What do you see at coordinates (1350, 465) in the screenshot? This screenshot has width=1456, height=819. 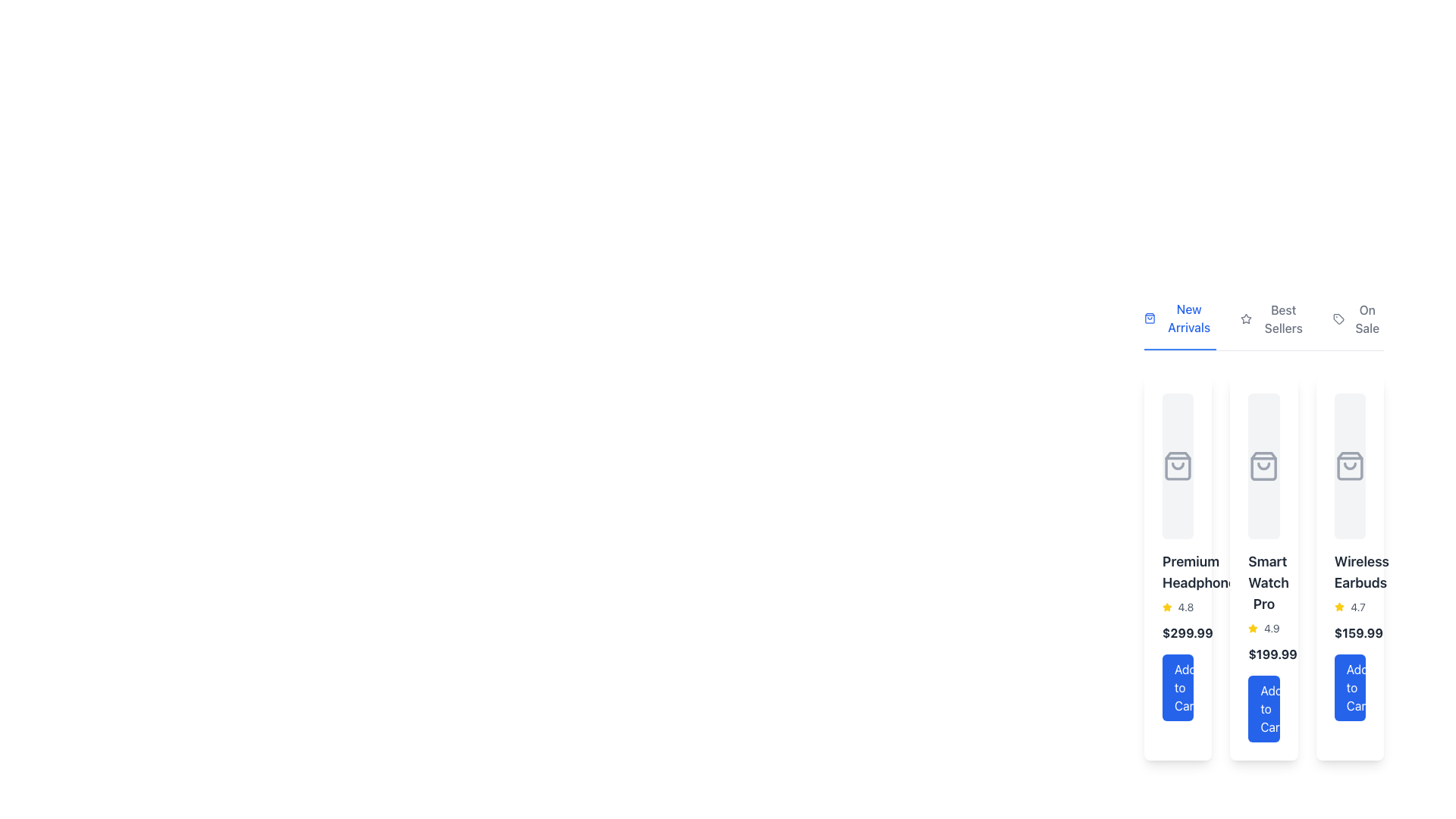 I see `the product icon representing 'Wireless Earbuds' in the third product card under the 'New Arrivals' section` at bounding box center [1350, 465].